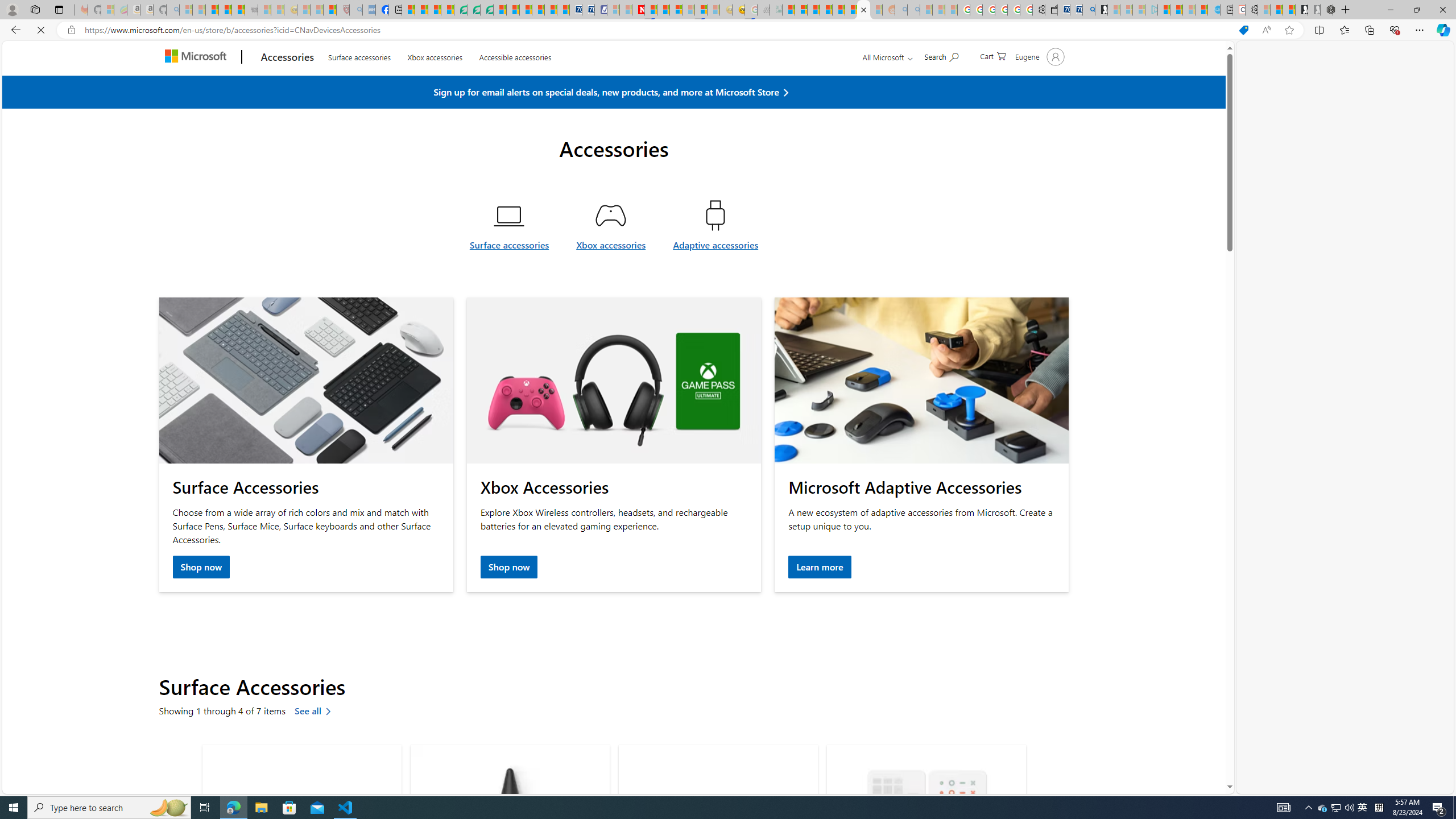 This screenshot has width=1456, height=819. Describe the element at coordinates (851, 9) in the screenshot. I see `'Kinda Frugal - MSN'` at that location.